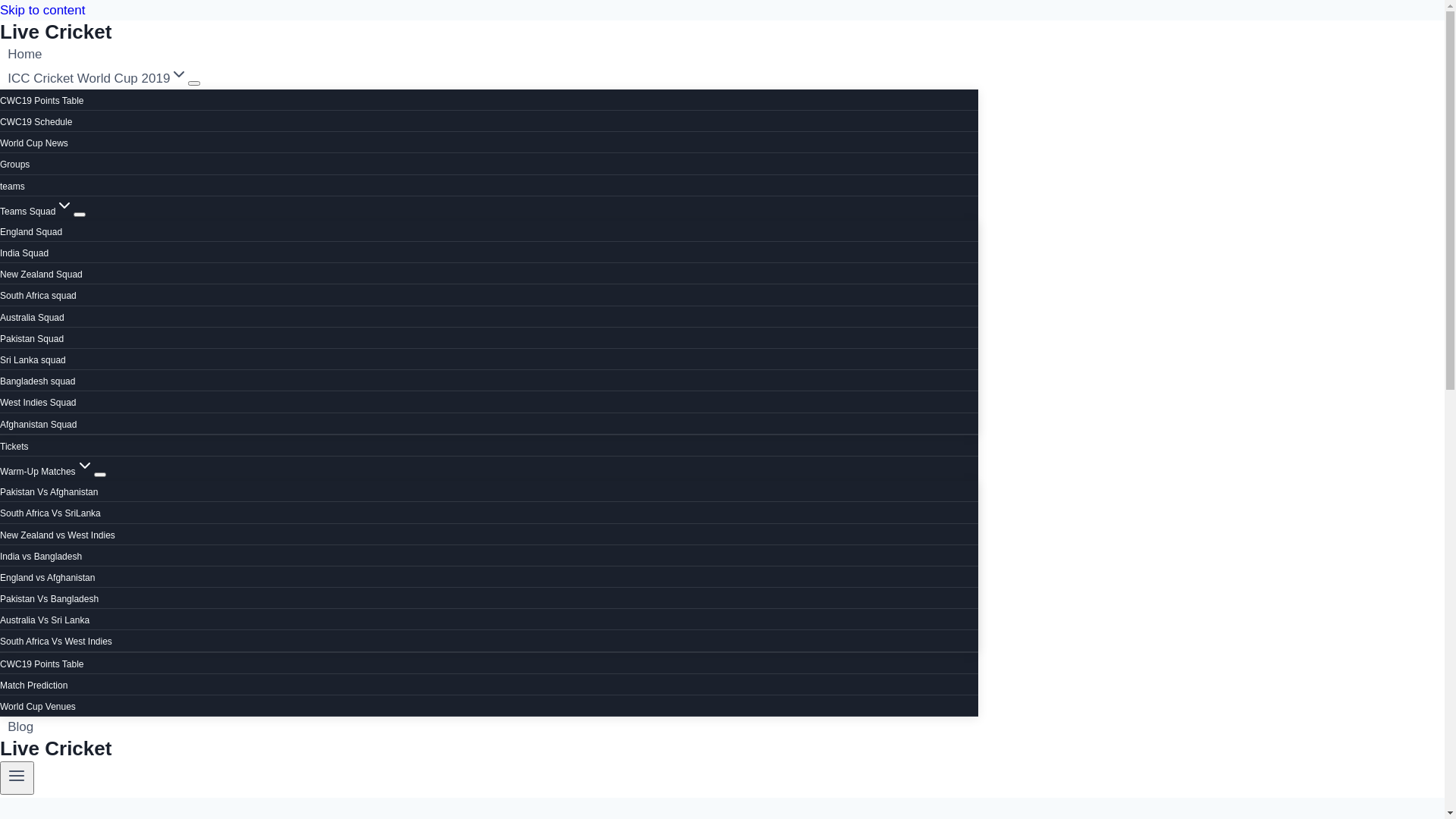  I want to click on 'England vs Afghanistan', so click(0, 578).